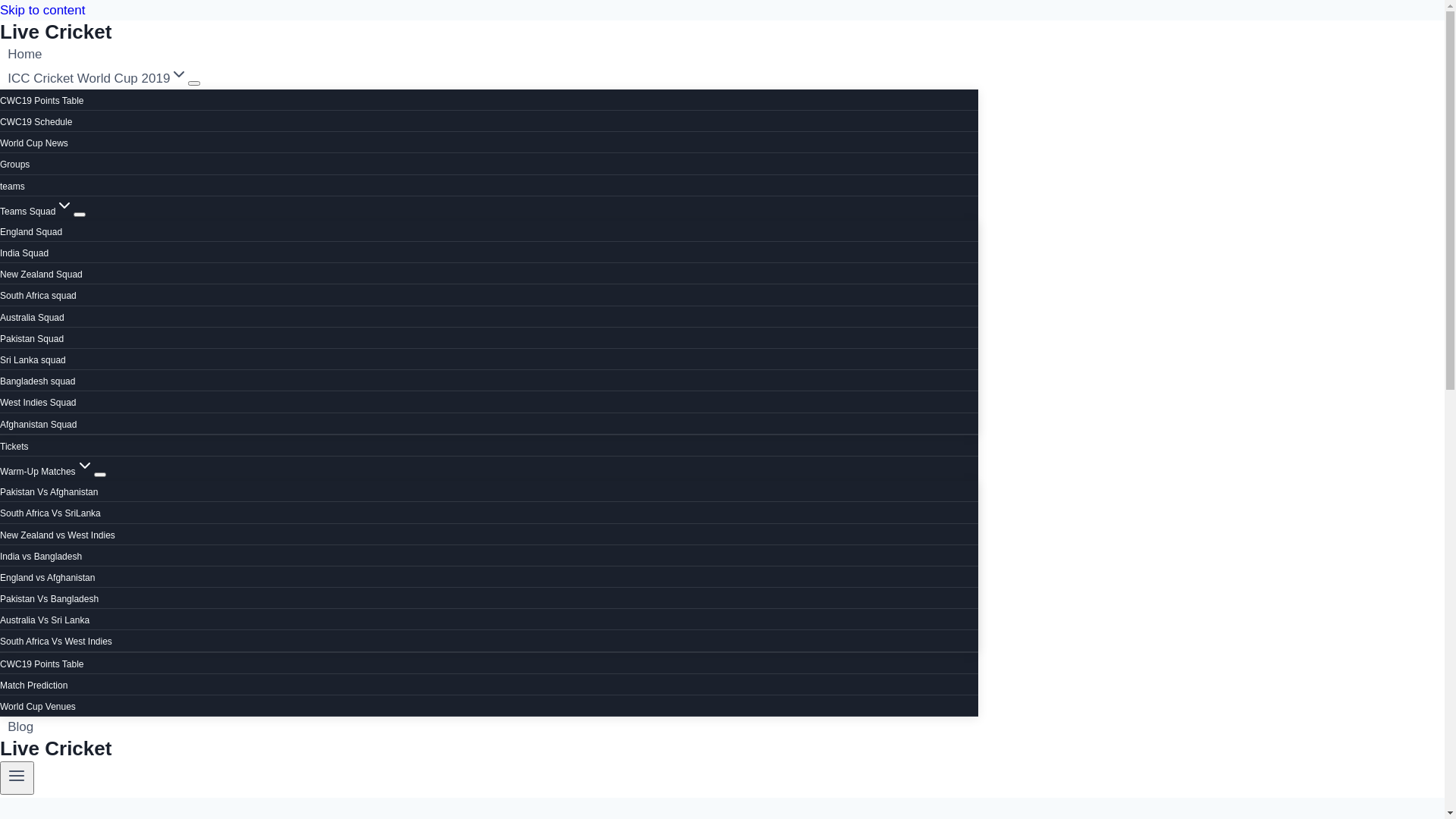  I want to click on 'England vs Afghanistan', so click(0, 578).